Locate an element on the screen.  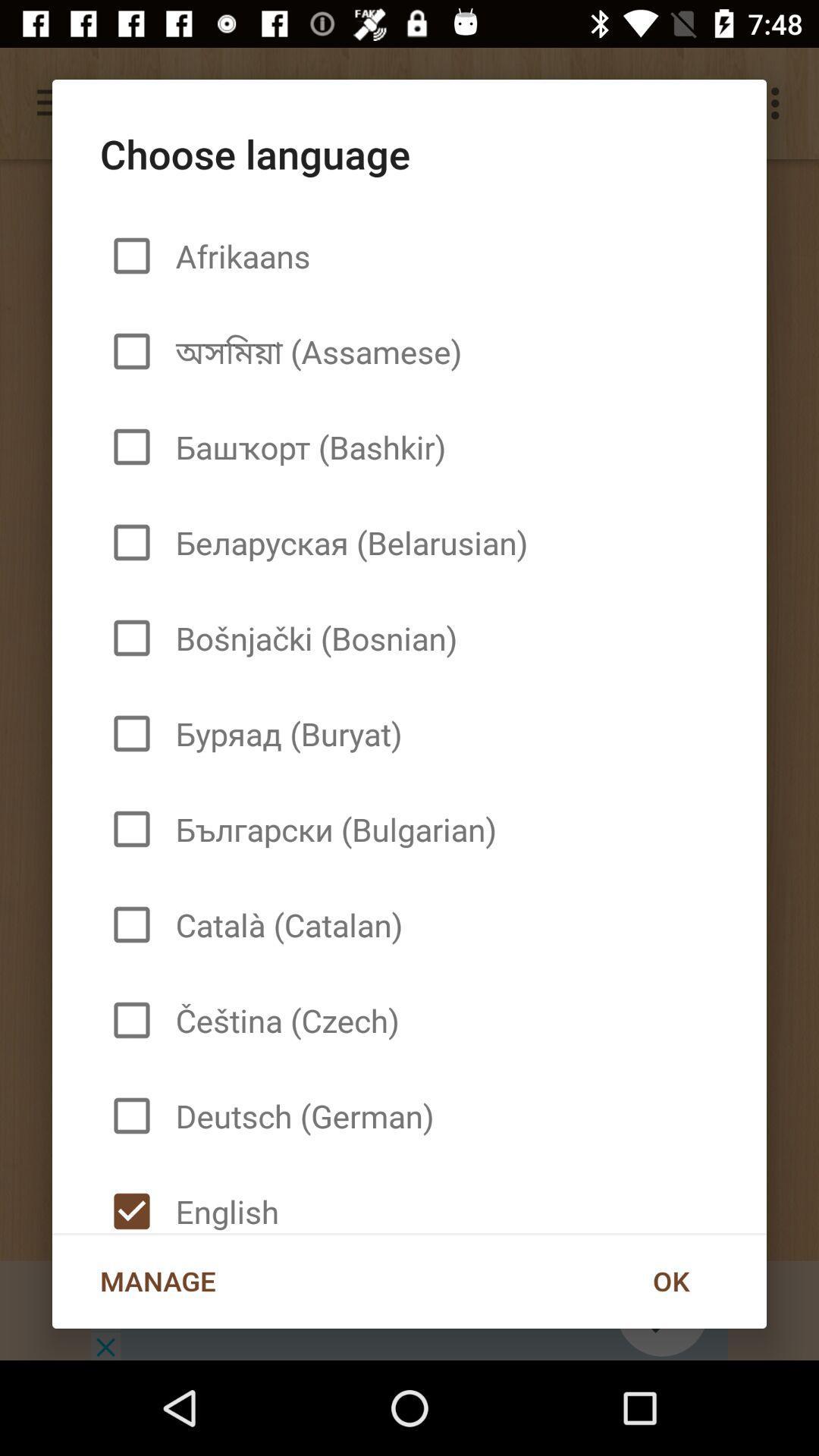
the afrikaans item is located at coordinates (237, 256).